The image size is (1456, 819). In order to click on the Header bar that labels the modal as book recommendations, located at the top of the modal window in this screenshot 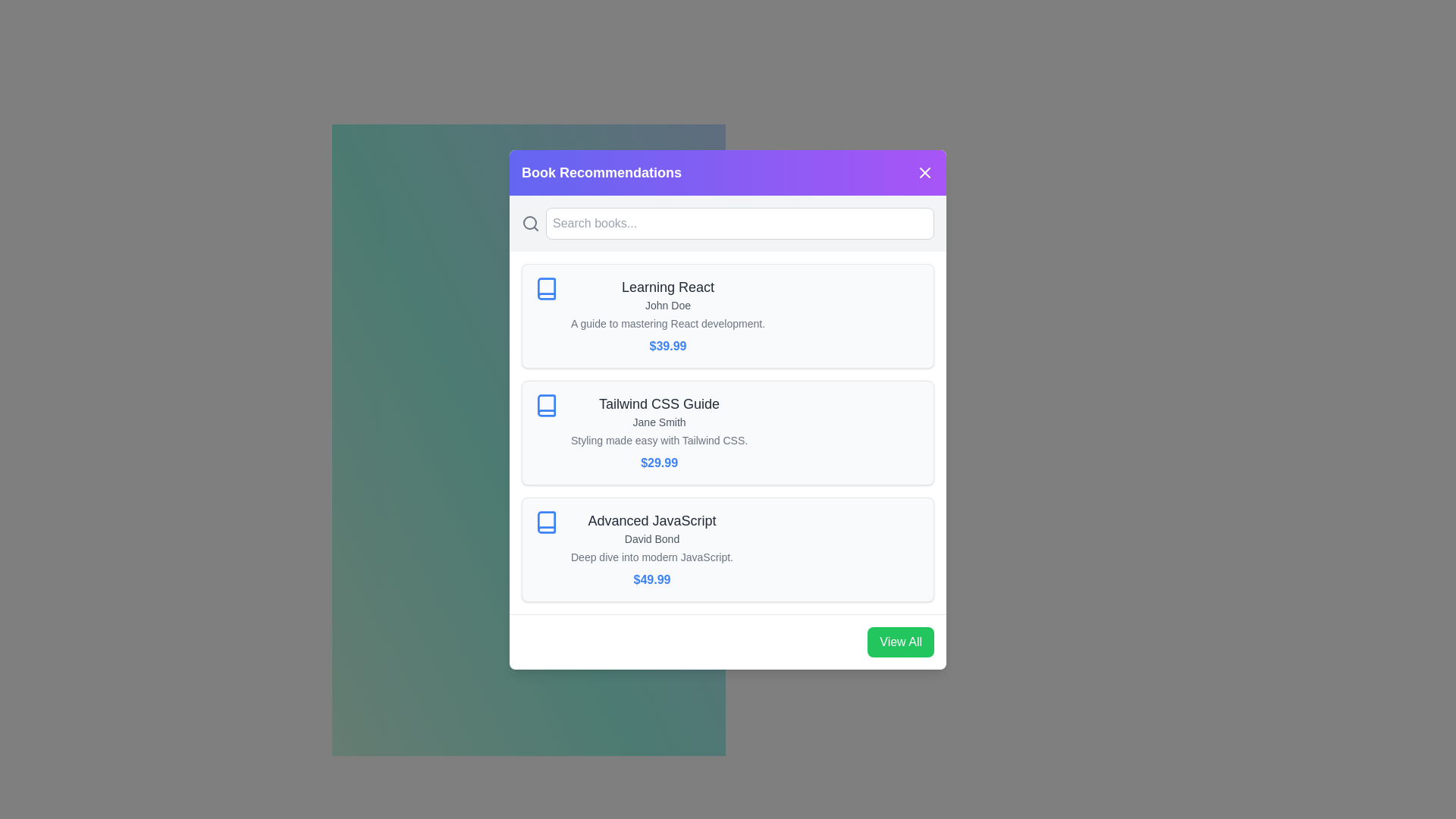, I will do `click(728, 171)`.